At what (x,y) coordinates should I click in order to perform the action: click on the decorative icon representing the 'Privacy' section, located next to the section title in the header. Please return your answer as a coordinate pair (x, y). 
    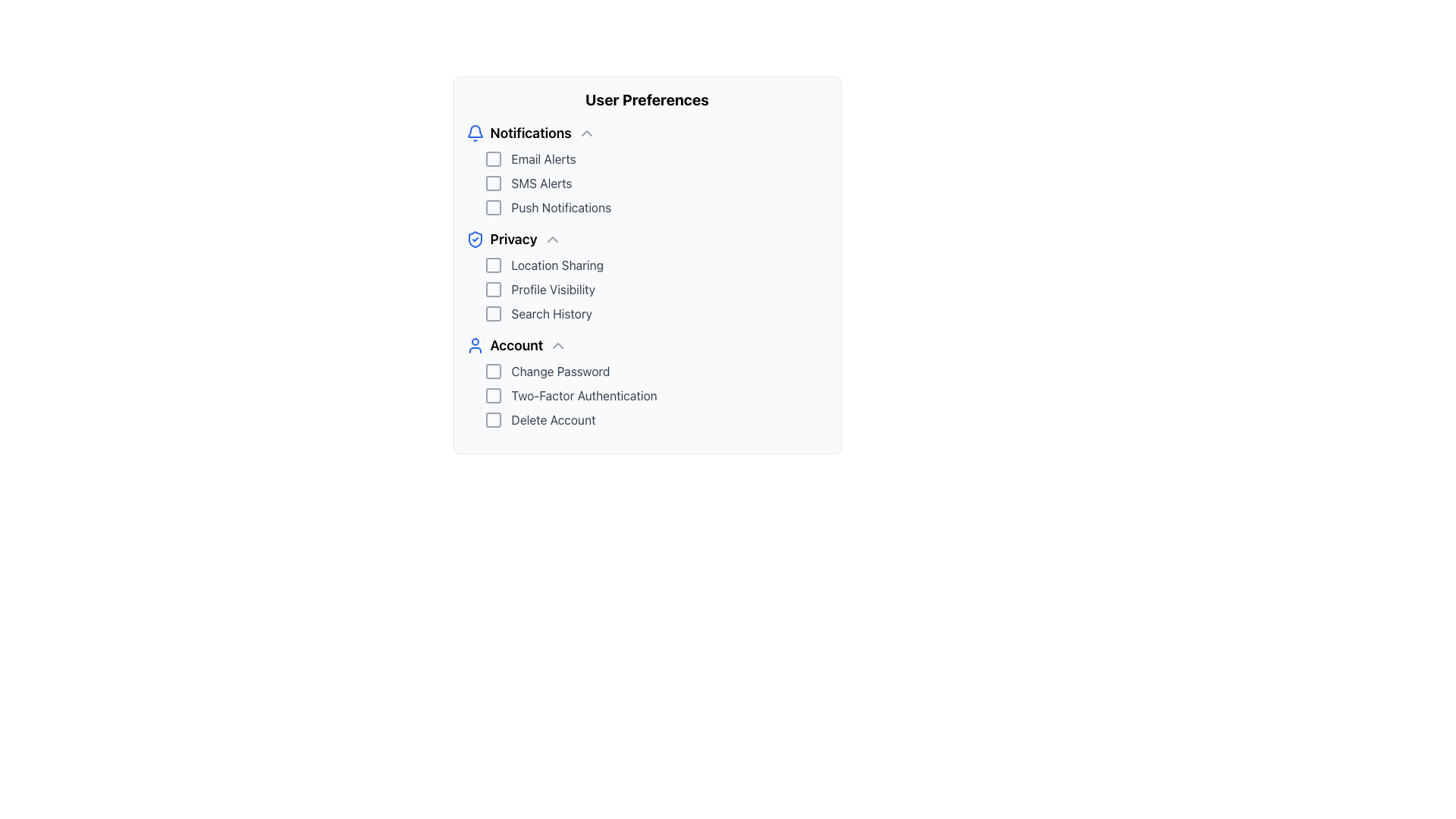
    Looking at the image, I should click on (474, 239).